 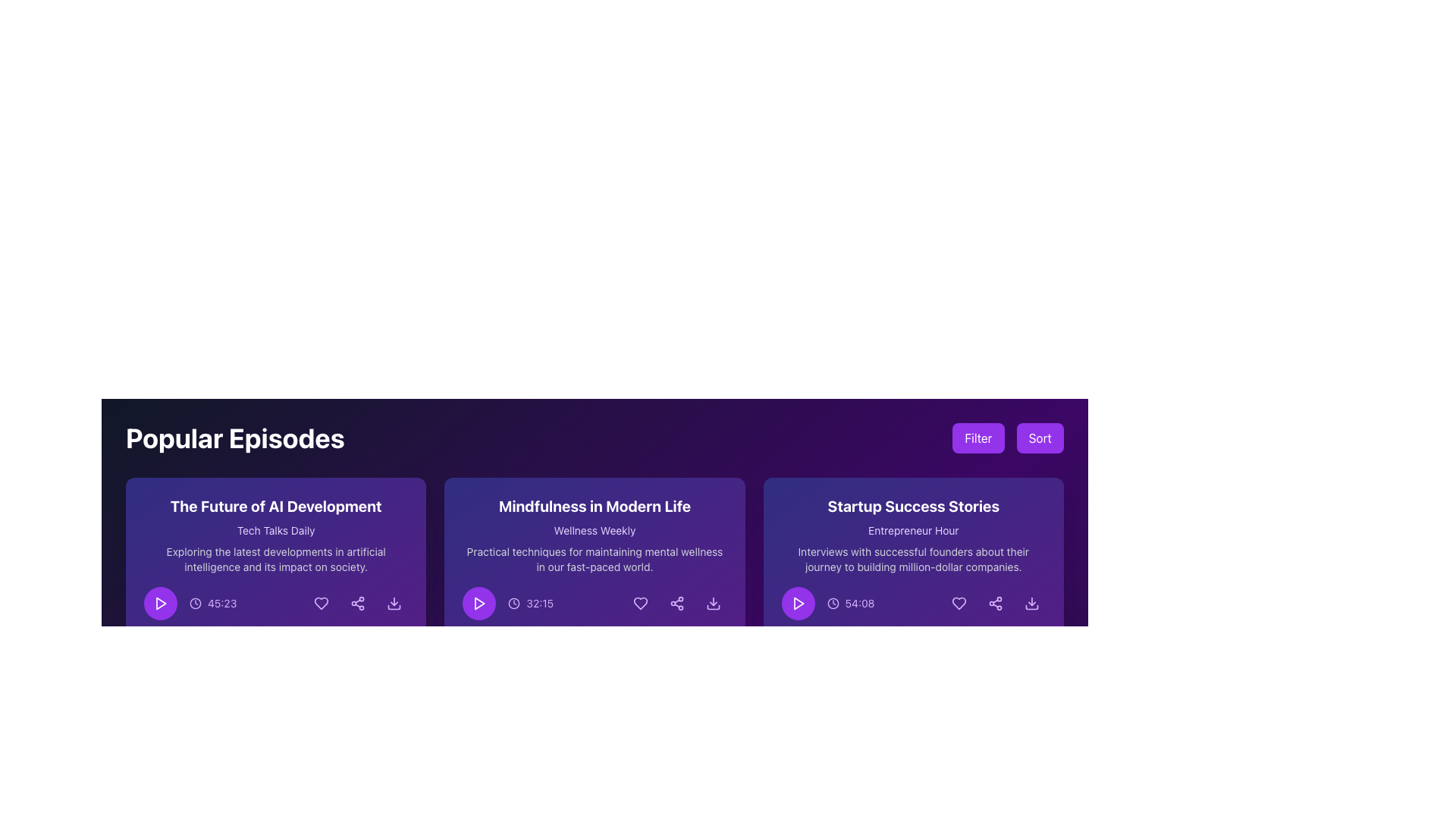 What do you see at coordinates (959, 602) in the screenshot?
I see `the heart-shaped icon button within the 'Startup Success Stories' card` at bounding box center [959, 602].